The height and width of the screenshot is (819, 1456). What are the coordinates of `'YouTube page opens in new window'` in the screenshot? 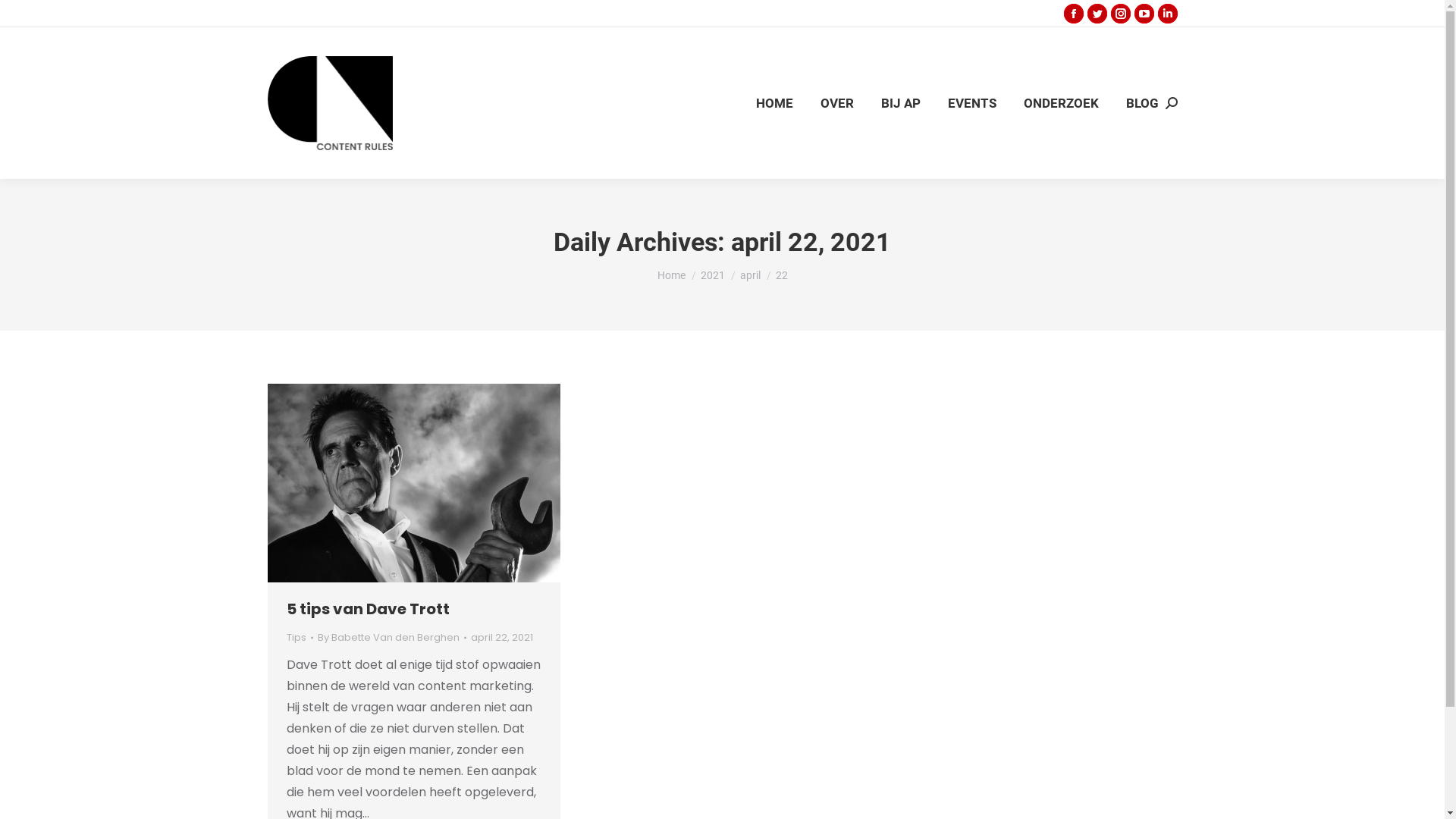 It's located at (1144, 14).